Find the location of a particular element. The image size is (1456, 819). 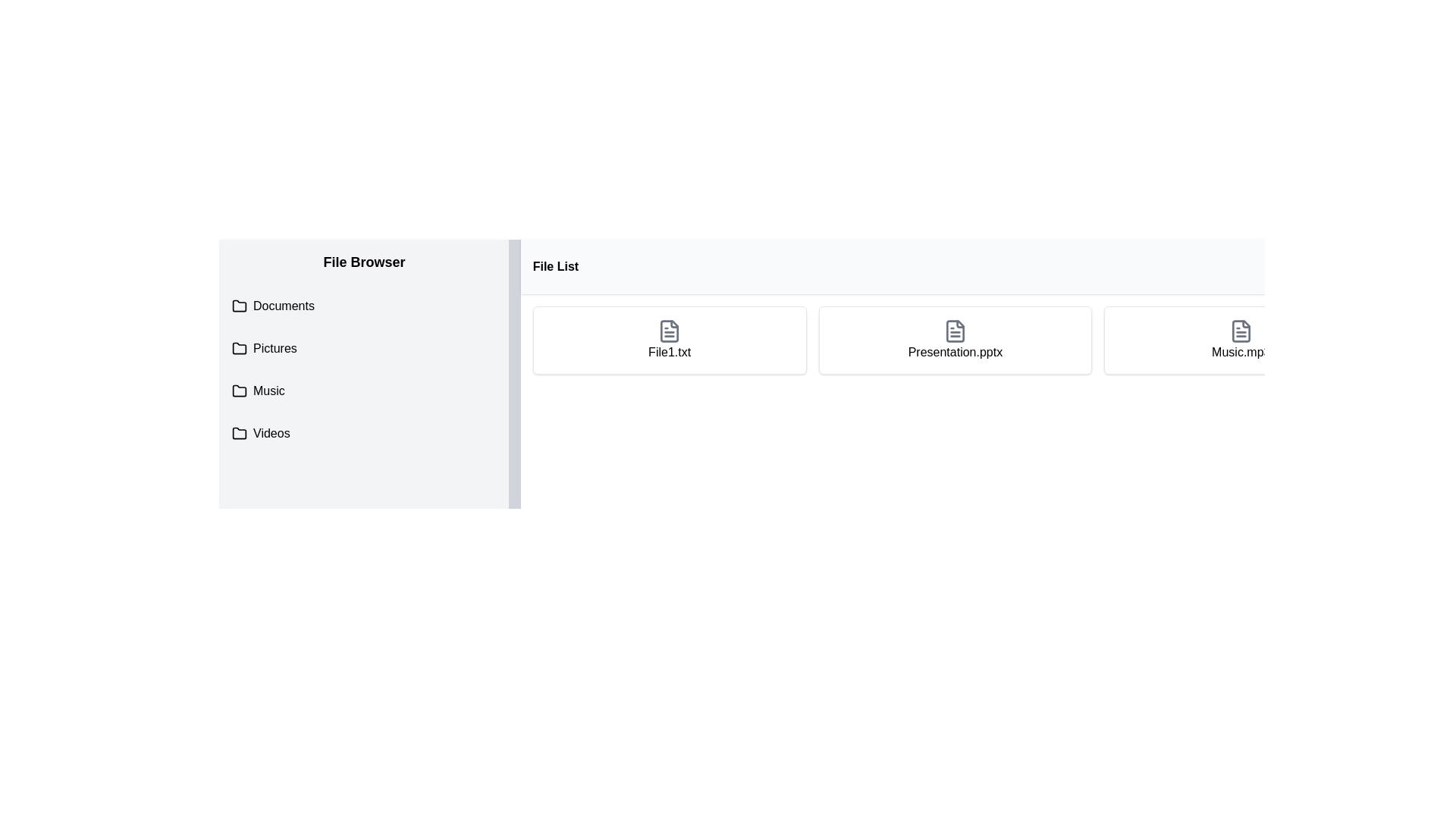

the text label displaying 'Music.mp3' located below the file icon in the third file box of the 'File List' section is located at coordinates (1241, 353).